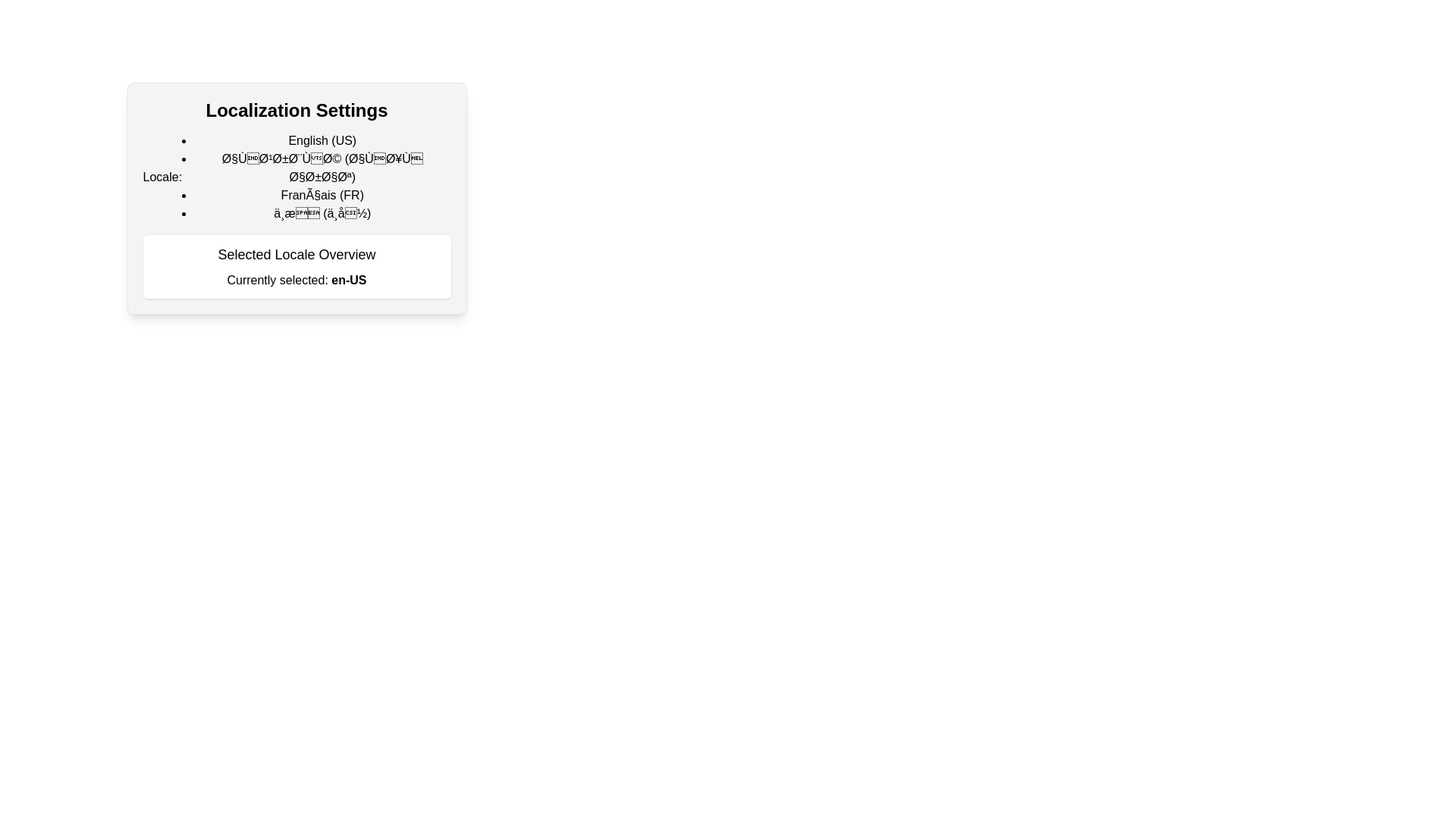  What do you see at coordinates (322, 213) in the screenshot?
I see `the '中文 (中国)' language selector text item located in the bullet-point list under the 'Localization Settings' section, positioned below 'Français (FR)' and above 'Selected Locale Overview'` at bounding box center [322, 213].